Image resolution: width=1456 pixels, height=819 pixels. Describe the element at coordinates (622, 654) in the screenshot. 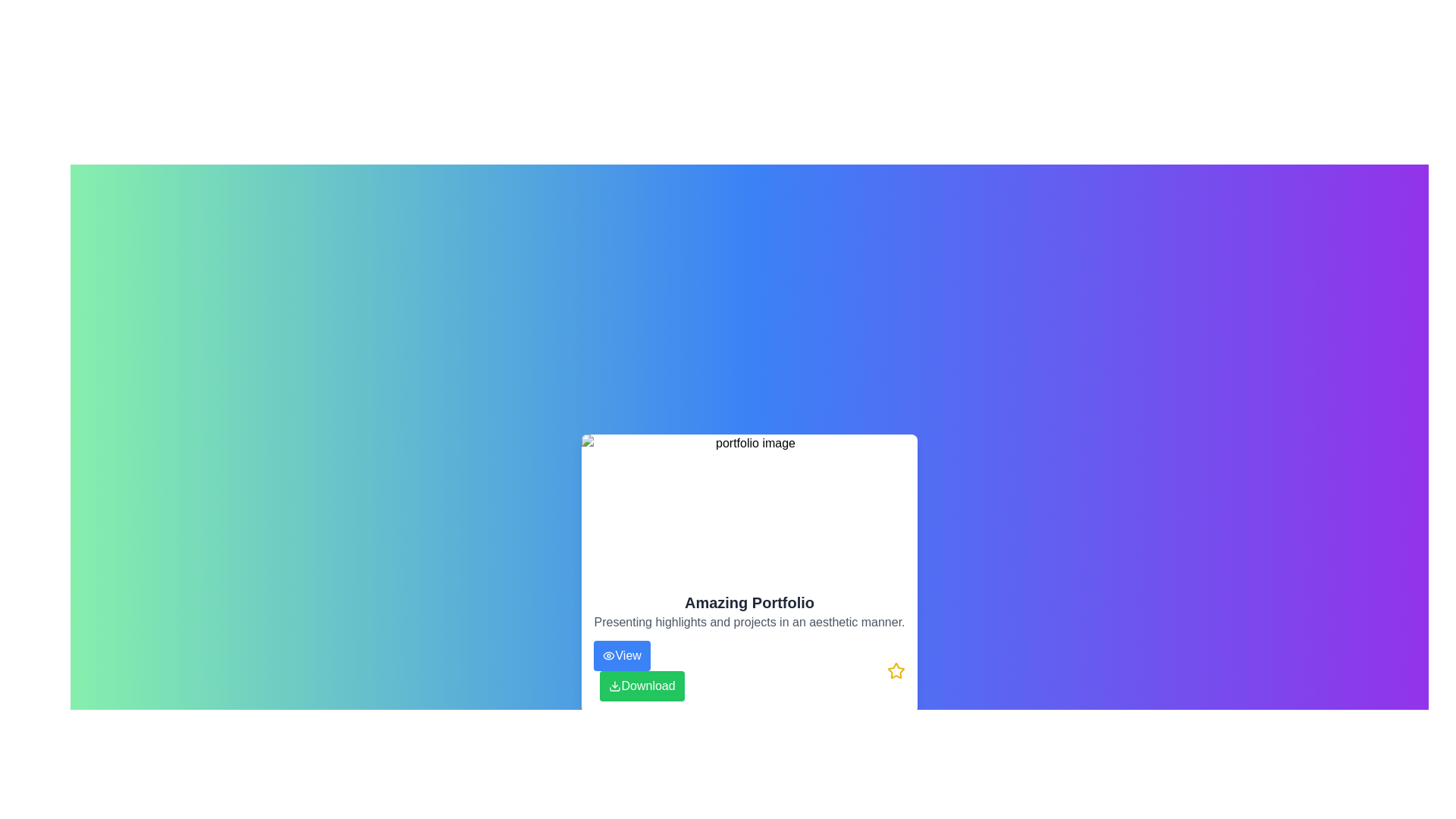

I see `the 'View' button located to the left of the 'Download' button under the 'Amazing Portfolio' heading to observe any hover effects` at that location.